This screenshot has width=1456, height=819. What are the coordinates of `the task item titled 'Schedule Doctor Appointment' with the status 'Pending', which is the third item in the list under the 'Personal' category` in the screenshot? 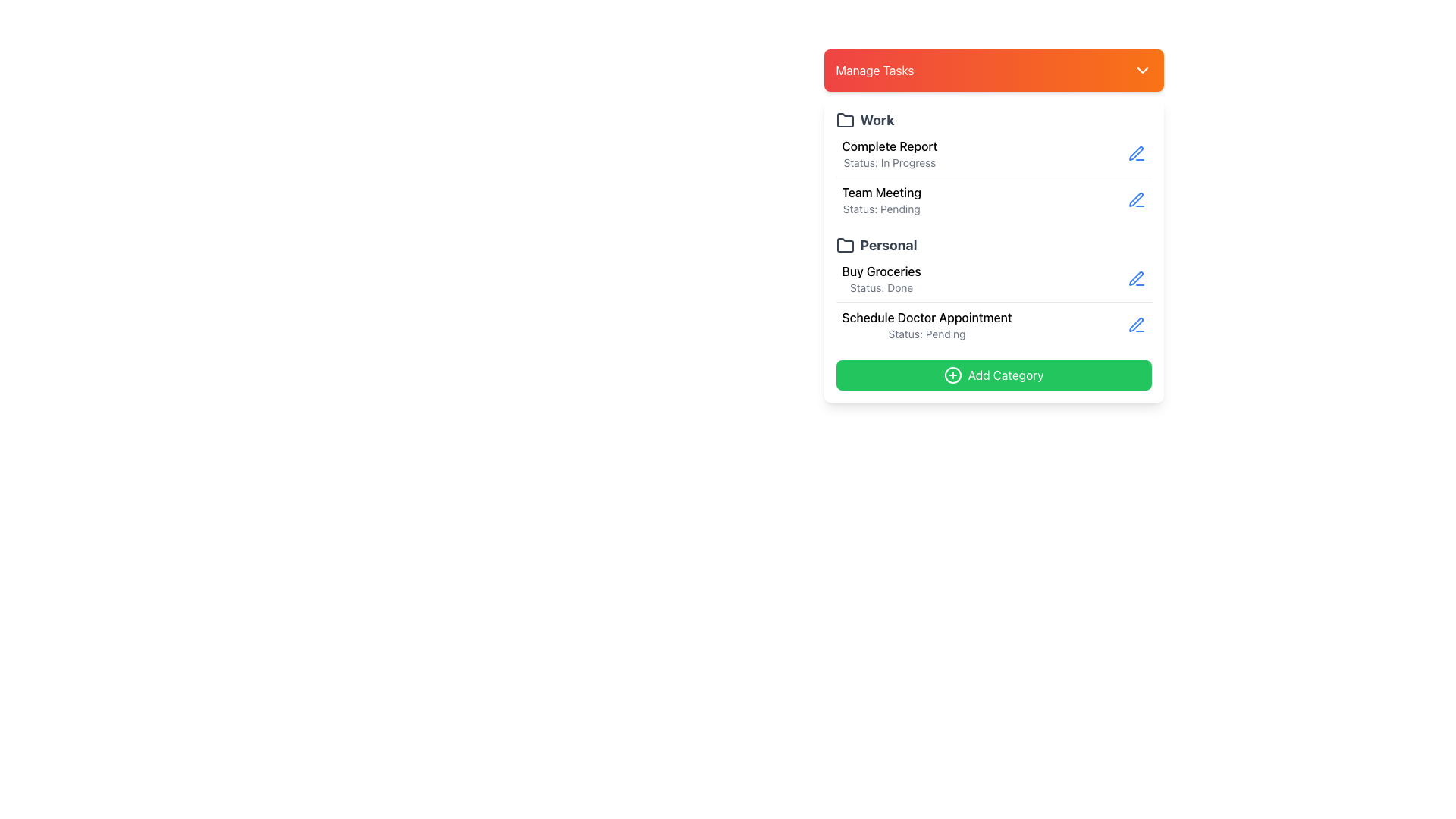 It's located at (926, 324).